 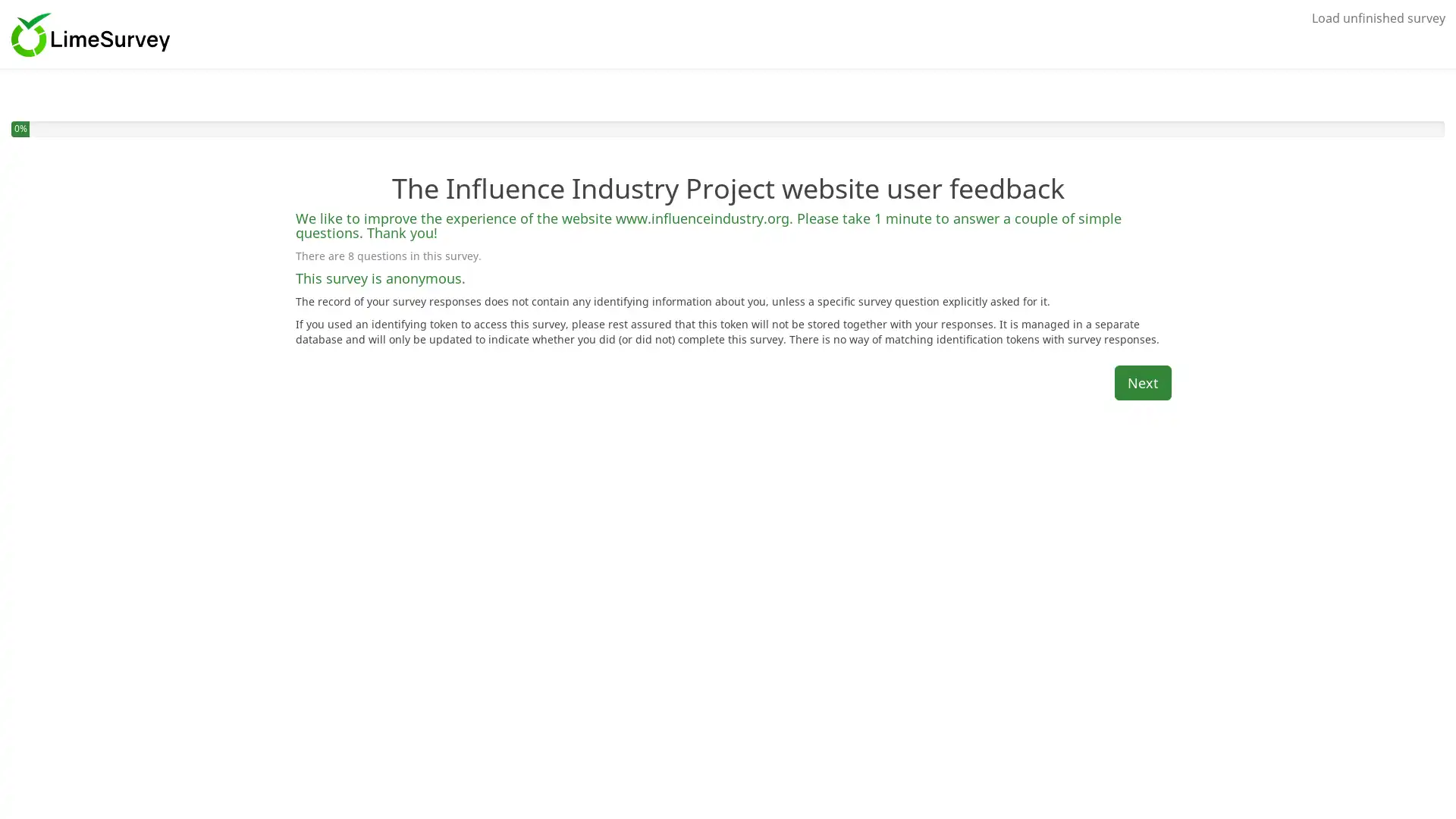 What do you see at coordinates (1143, 381) in the screenshot?
I see `Next` at bounding box center [1143, 381].